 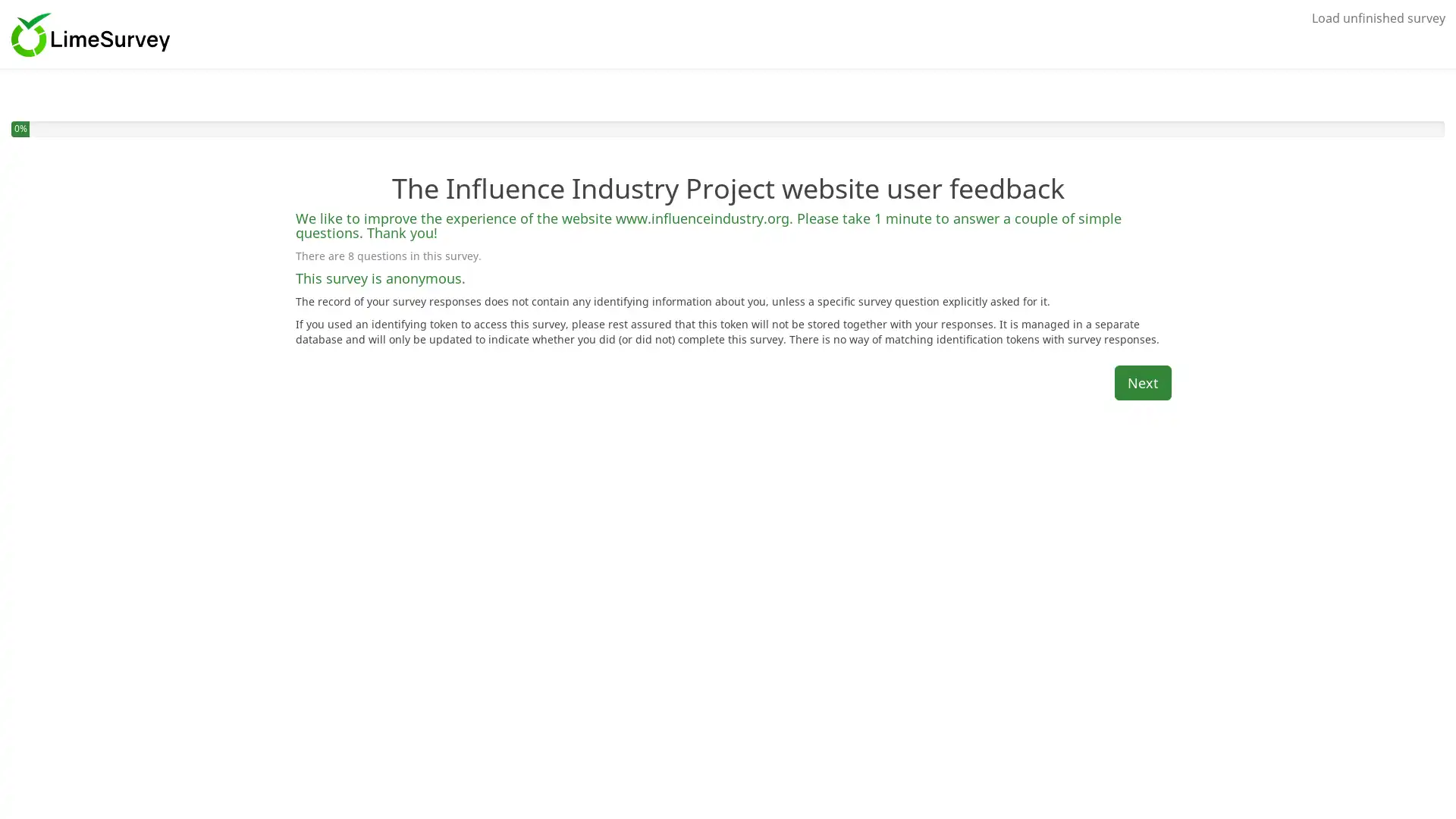 What do you see at coordinates (1143, 381) in the screenshot?
I see `Next` at bounding box center [1143, 381].